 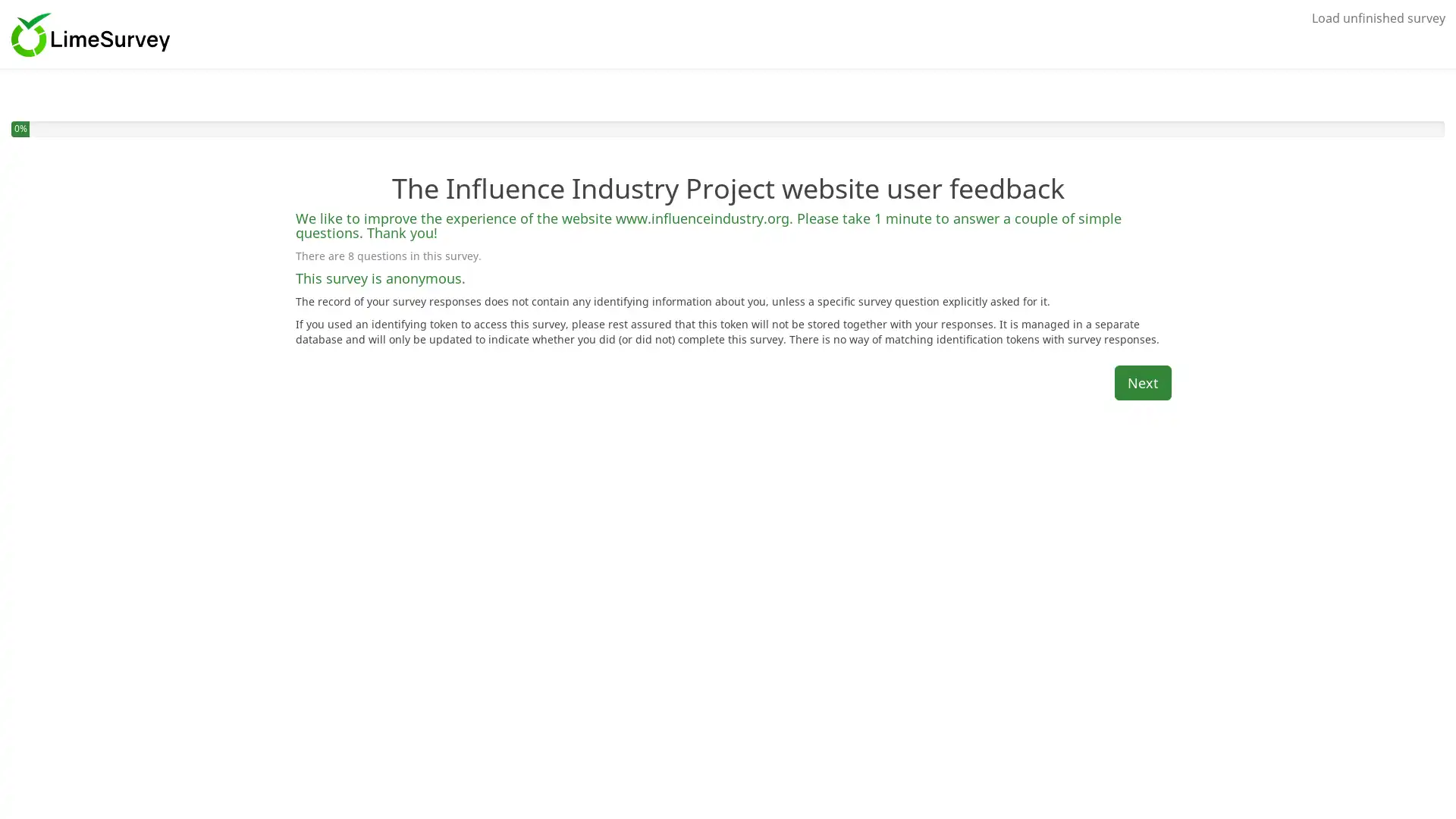 What do you see at coordinates (1143, 381) in the screenshot?
I see `Next` at bounding box center [1143, 381].